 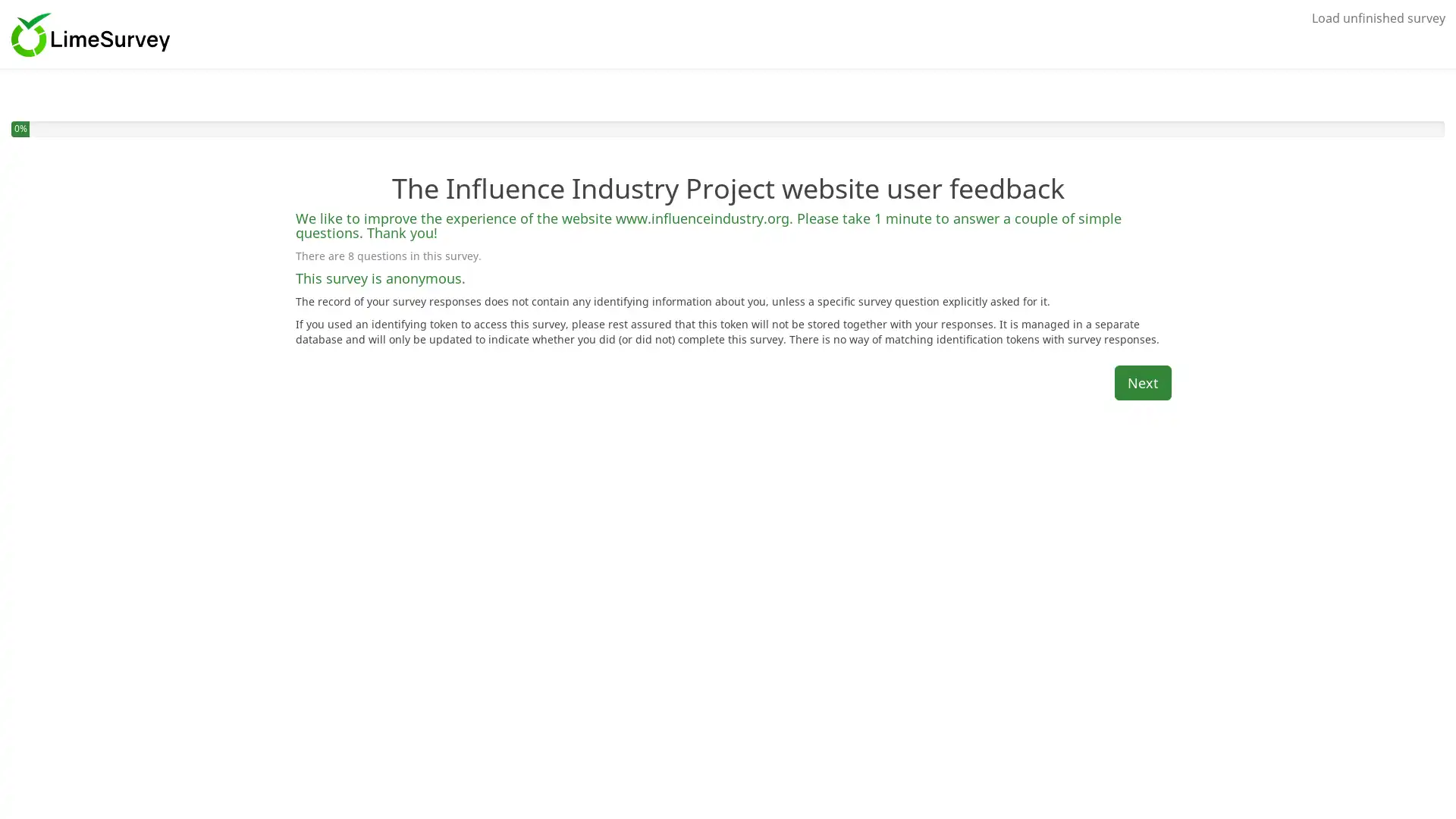 What do you see at coordinates (1143, 381) in the screenshot?
I see `Next` at bounding box center [1143, 381].